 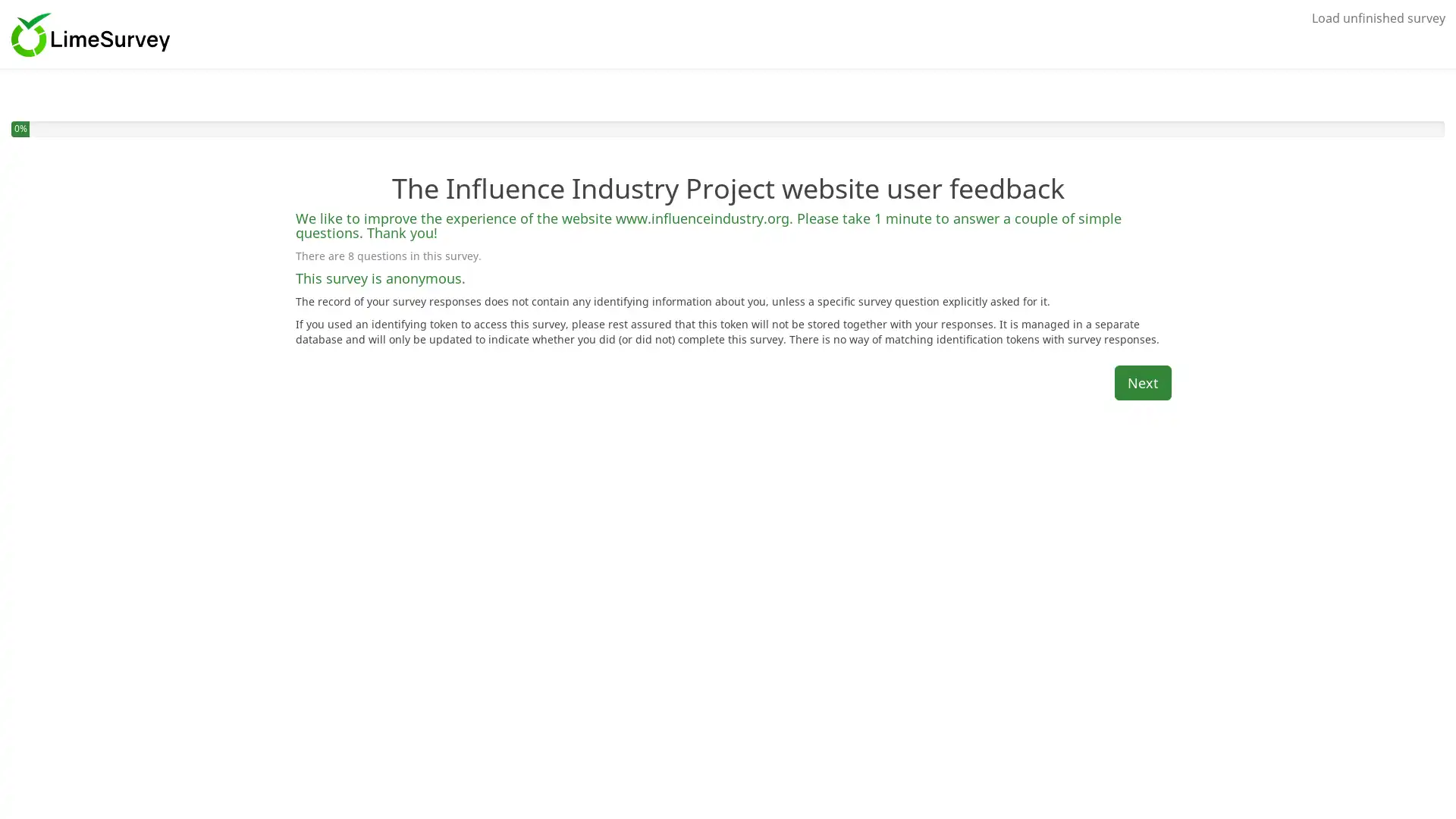 What do you see at coordinates (1143, 381) in the screenshot?
I see `Next` at bounding box center [1143, 381].